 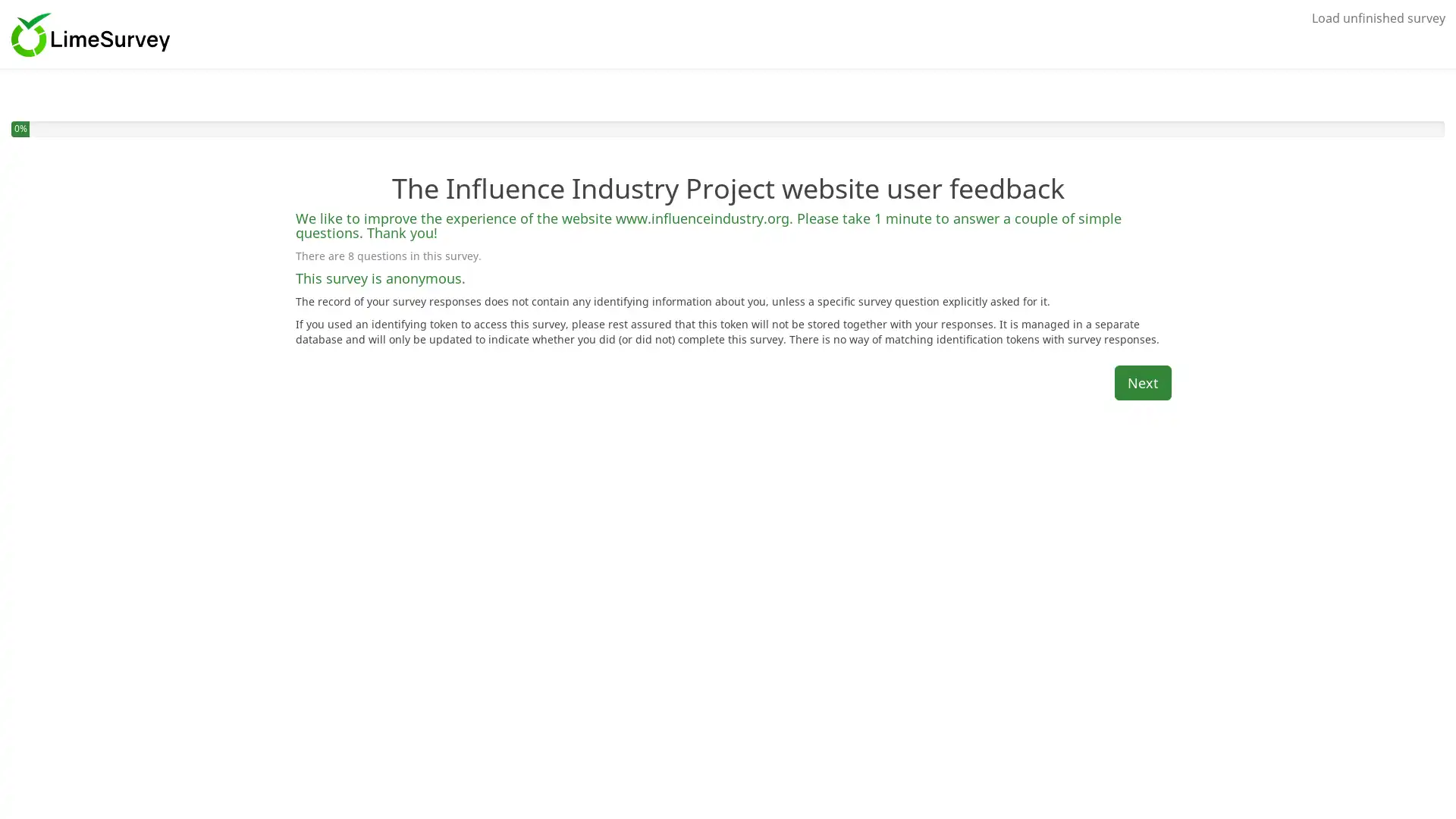 What do you see at coordinates (1143, 381) in the screenshot?
I see `Next` at bounding box center [1143, 381].